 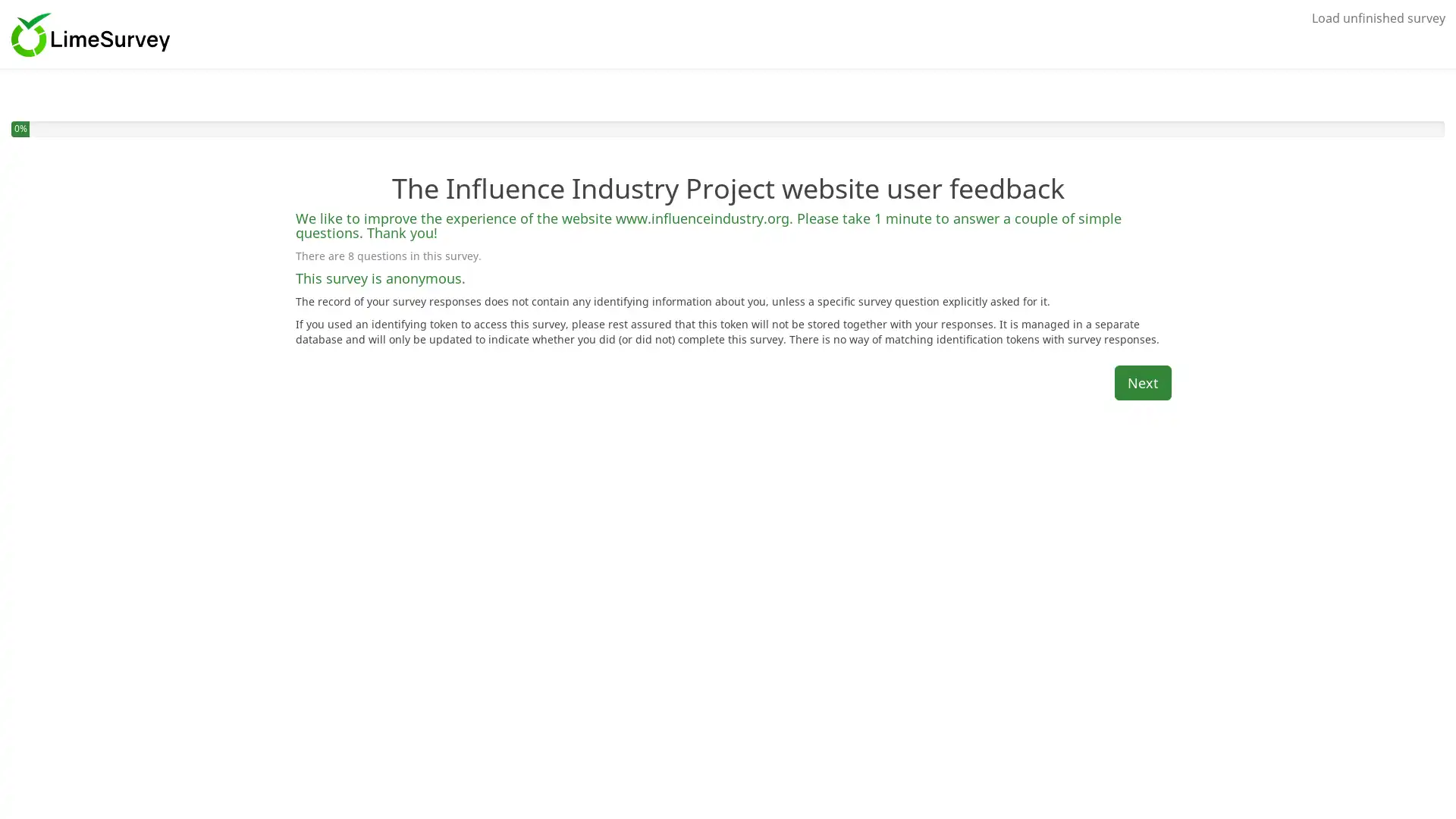 What do you see at coordinates (1143, 381) in the screenshot?
I see `Next` at bounding box center [1143, 381].